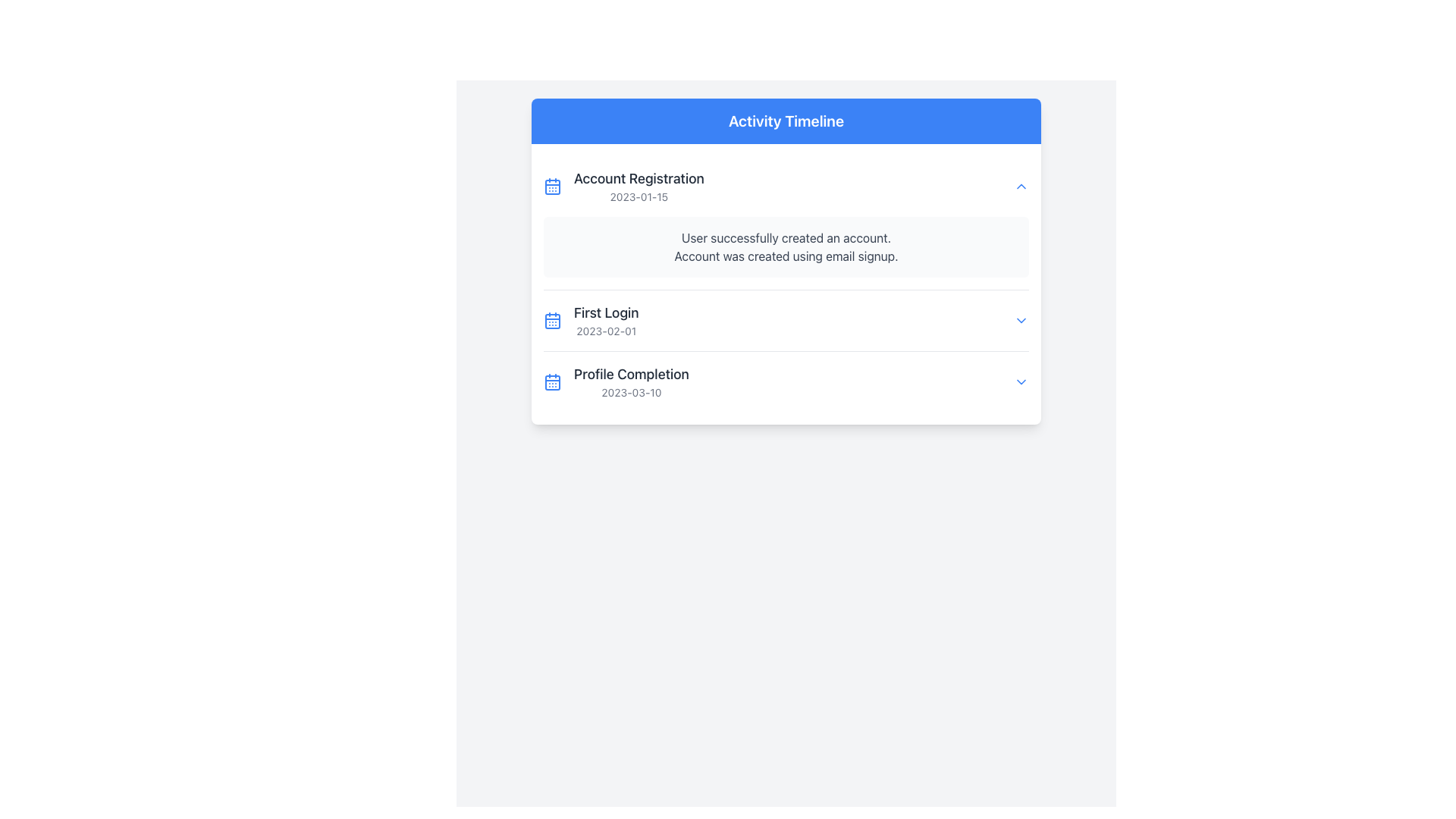 This screenshot has width=1456, height=819. I want to click on the 'Profile Completion' entry in the Activity Timeline, so click(616, 381).